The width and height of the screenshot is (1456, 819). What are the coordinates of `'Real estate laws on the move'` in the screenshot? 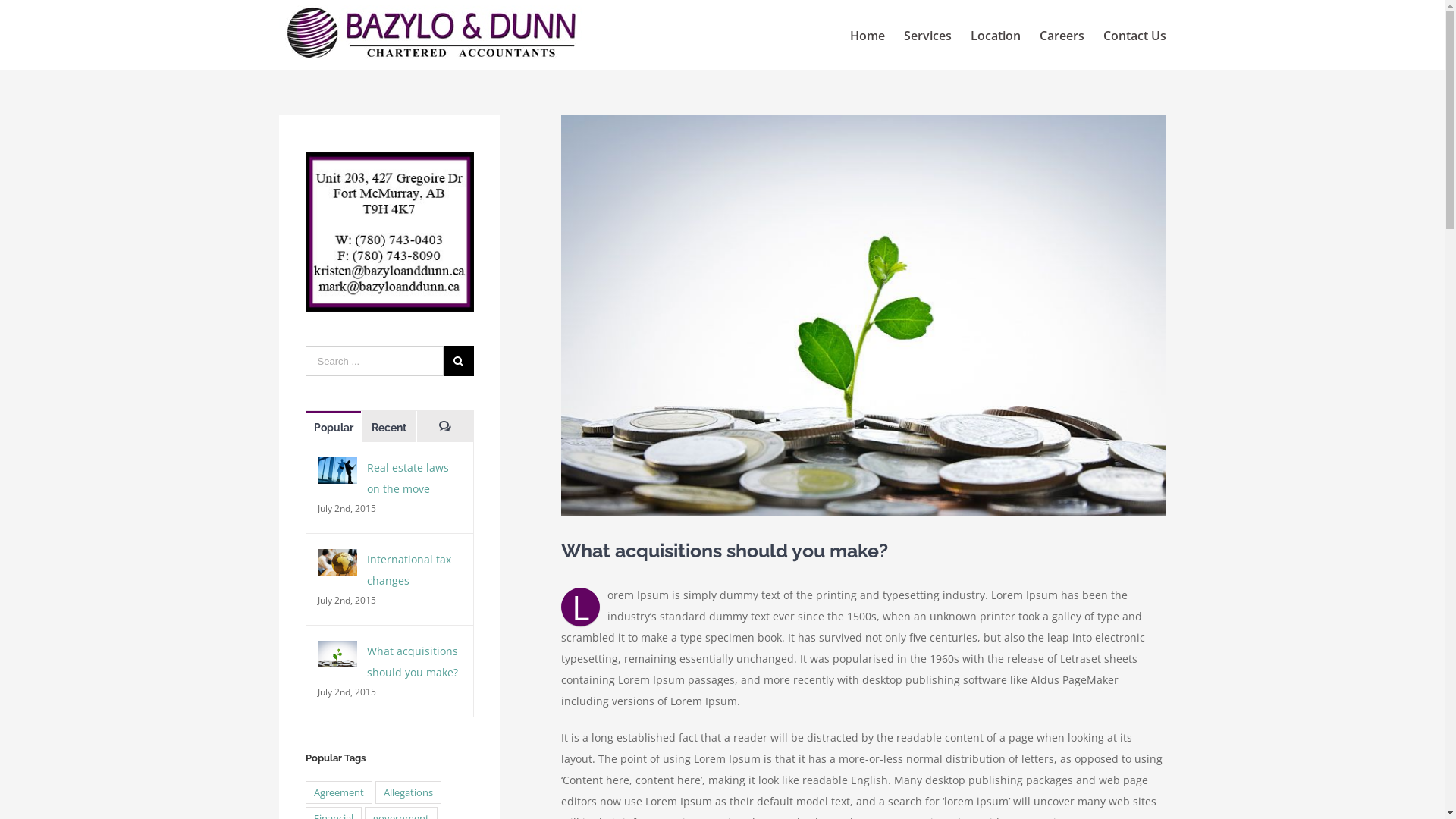 It's located at (407, 478).